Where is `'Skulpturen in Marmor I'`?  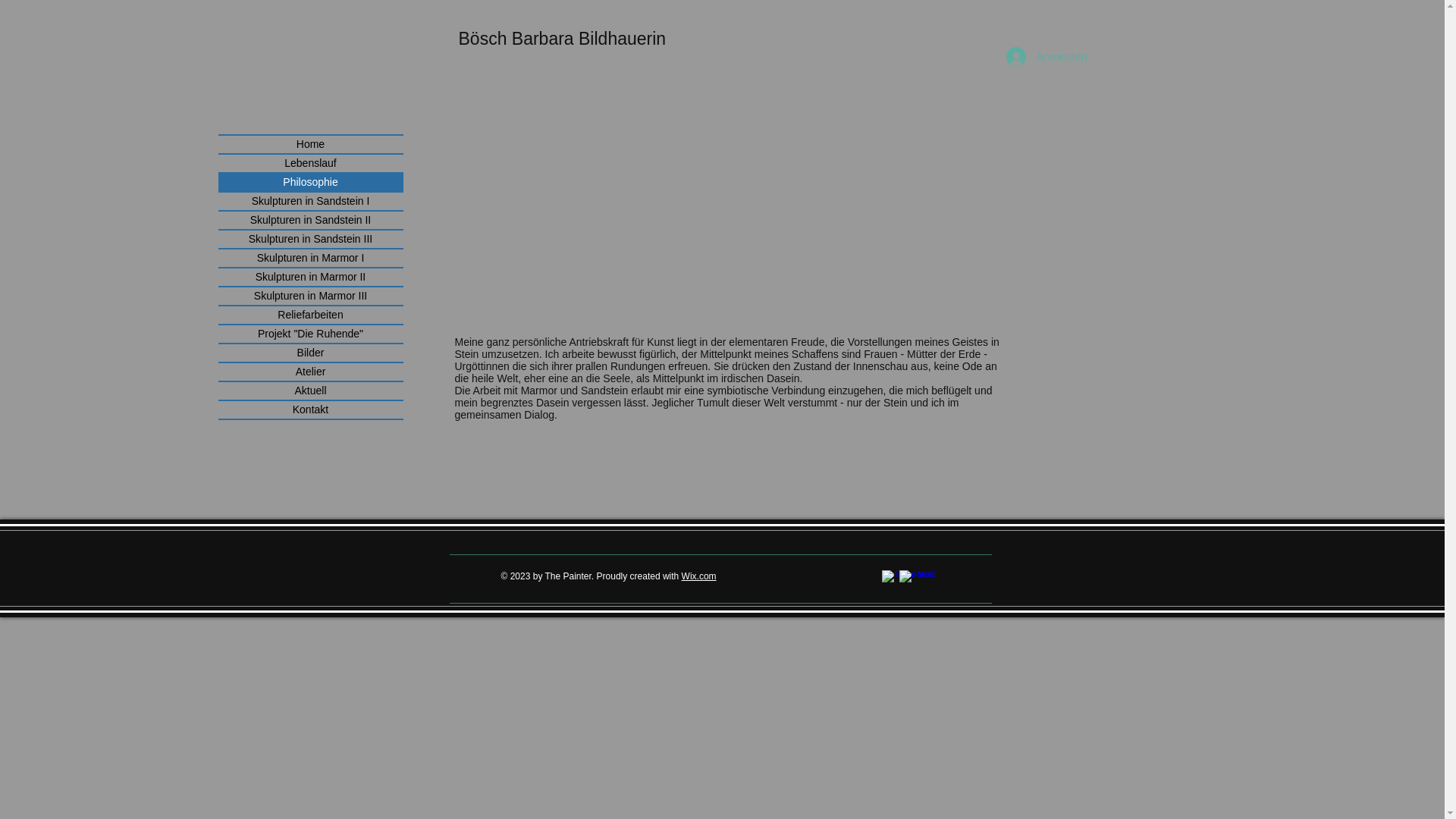
'Skulpturen in Marmor I' is located at coordinates (218, 257).